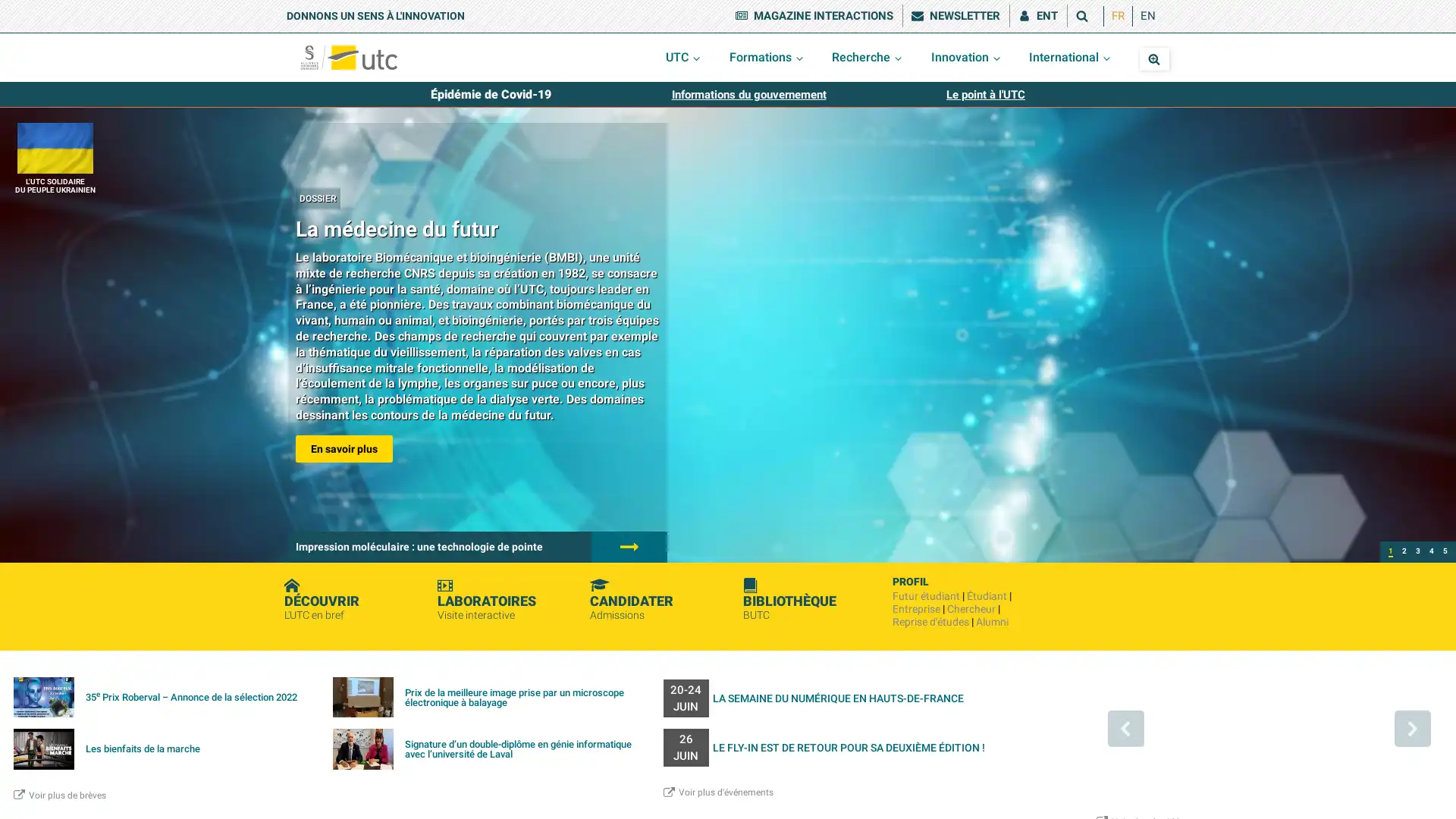 Image resolution: width=1456 pixels, height=819 pixels. Describe the element at coordinates (1390, 552) in the screenshot. I see `La medecine du futur` at that location.